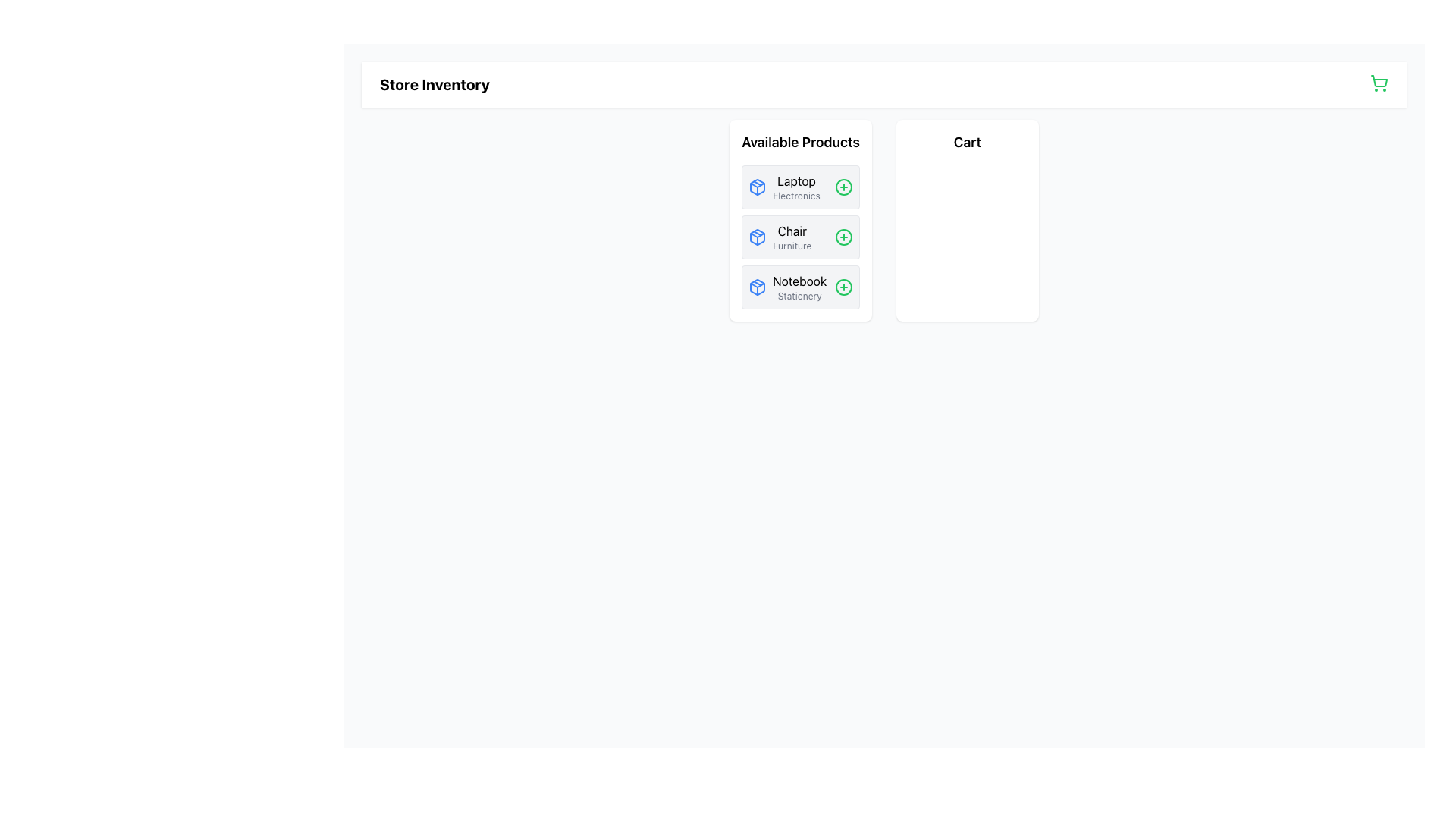  I want to click on the box icon representing the 'Chair' product in the 'Available Products' section, which is the second entry in the list, so click(758, 237).